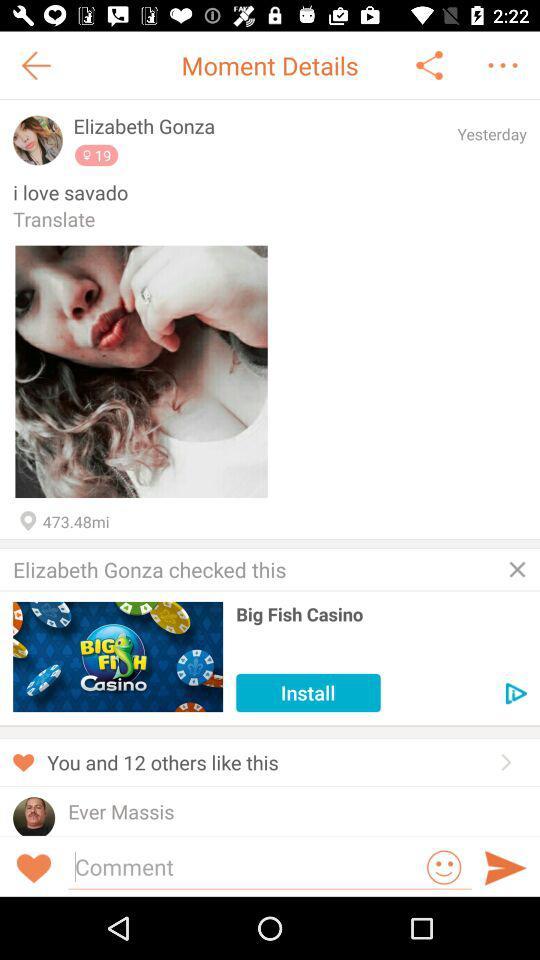 This screenshot has width=540, height=960. I want to click on the quelinda, so click(104, 833).